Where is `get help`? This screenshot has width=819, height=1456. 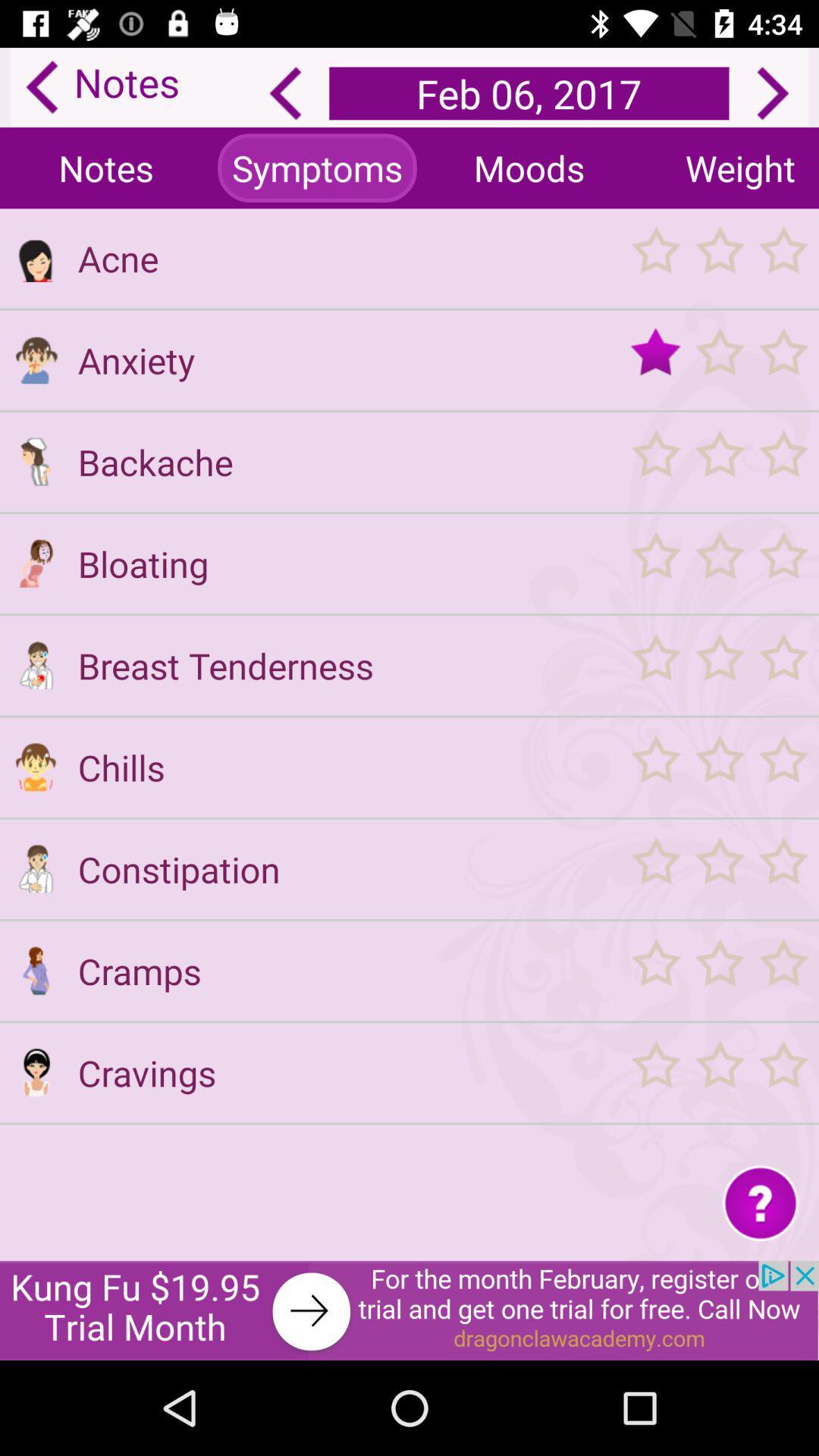
get help is located at coordinates (761, 1201).